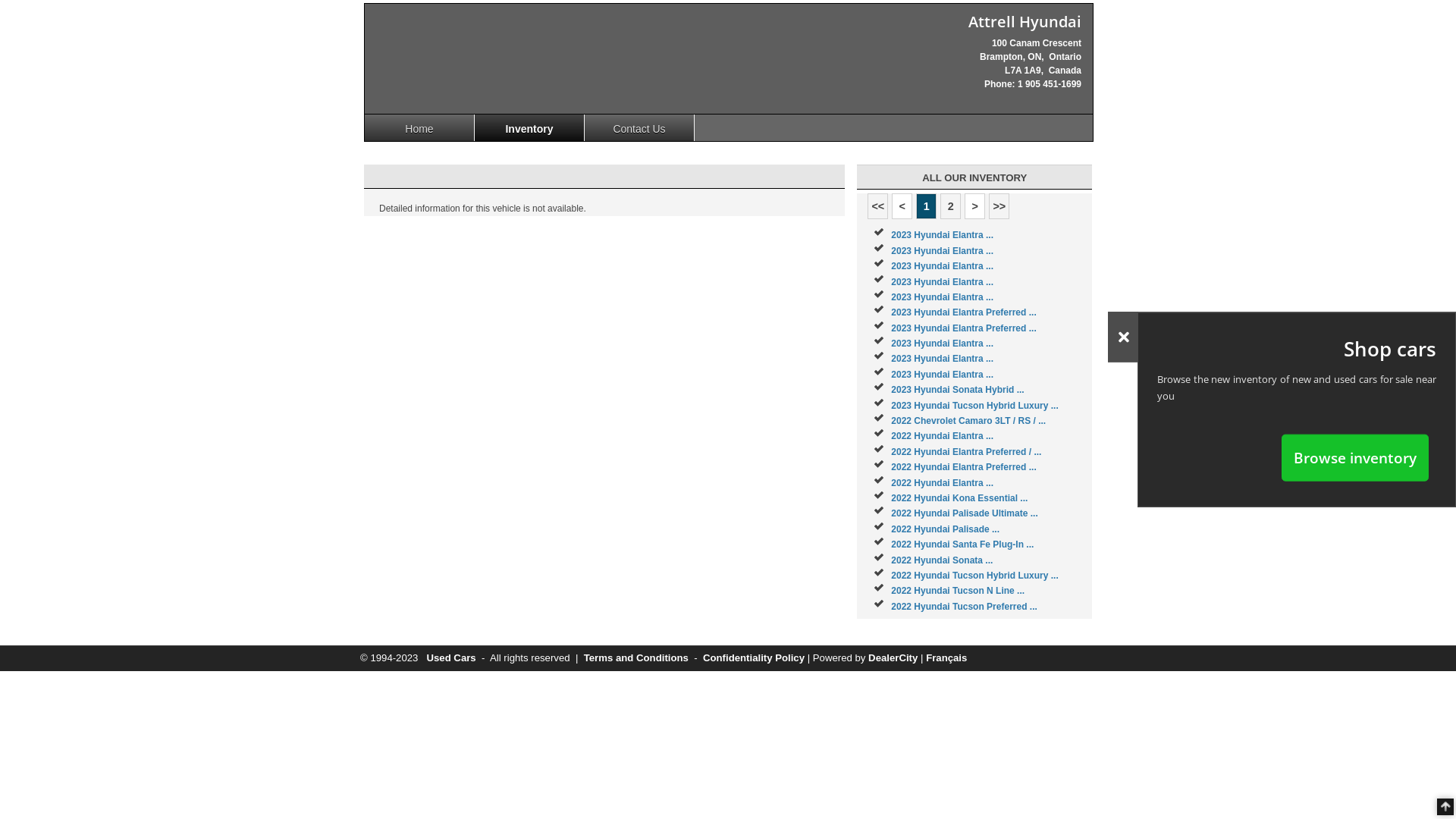 The height and width of the screenshot is (819, 1456). I want to click on '>>', so click(999, 206).